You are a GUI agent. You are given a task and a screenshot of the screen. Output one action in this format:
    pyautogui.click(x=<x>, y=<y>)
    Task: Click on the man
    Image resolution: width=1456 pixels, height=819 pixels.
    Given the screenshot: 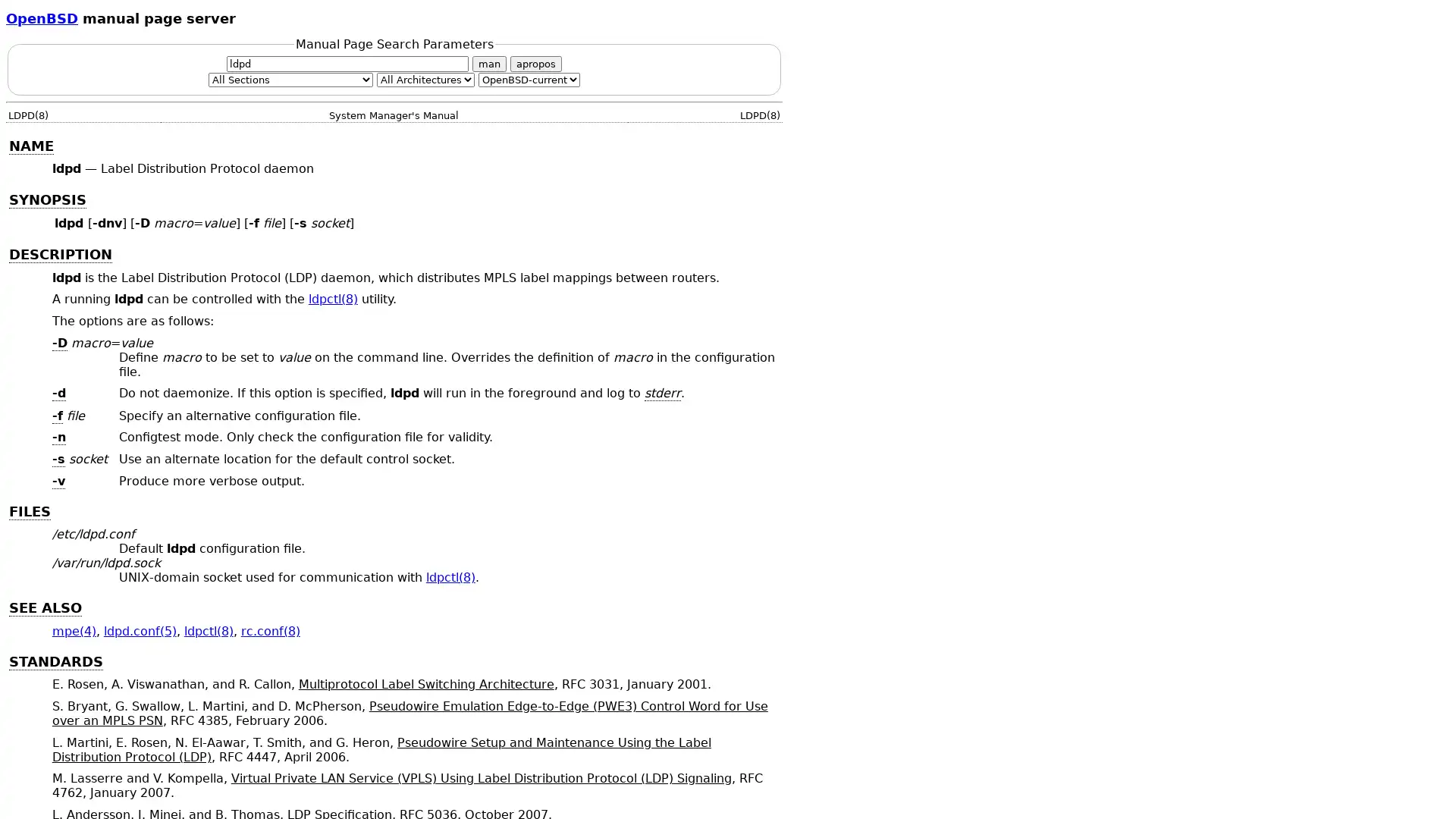 What is the action you would take?
    pyautogui.click(x=489, y=62)
    